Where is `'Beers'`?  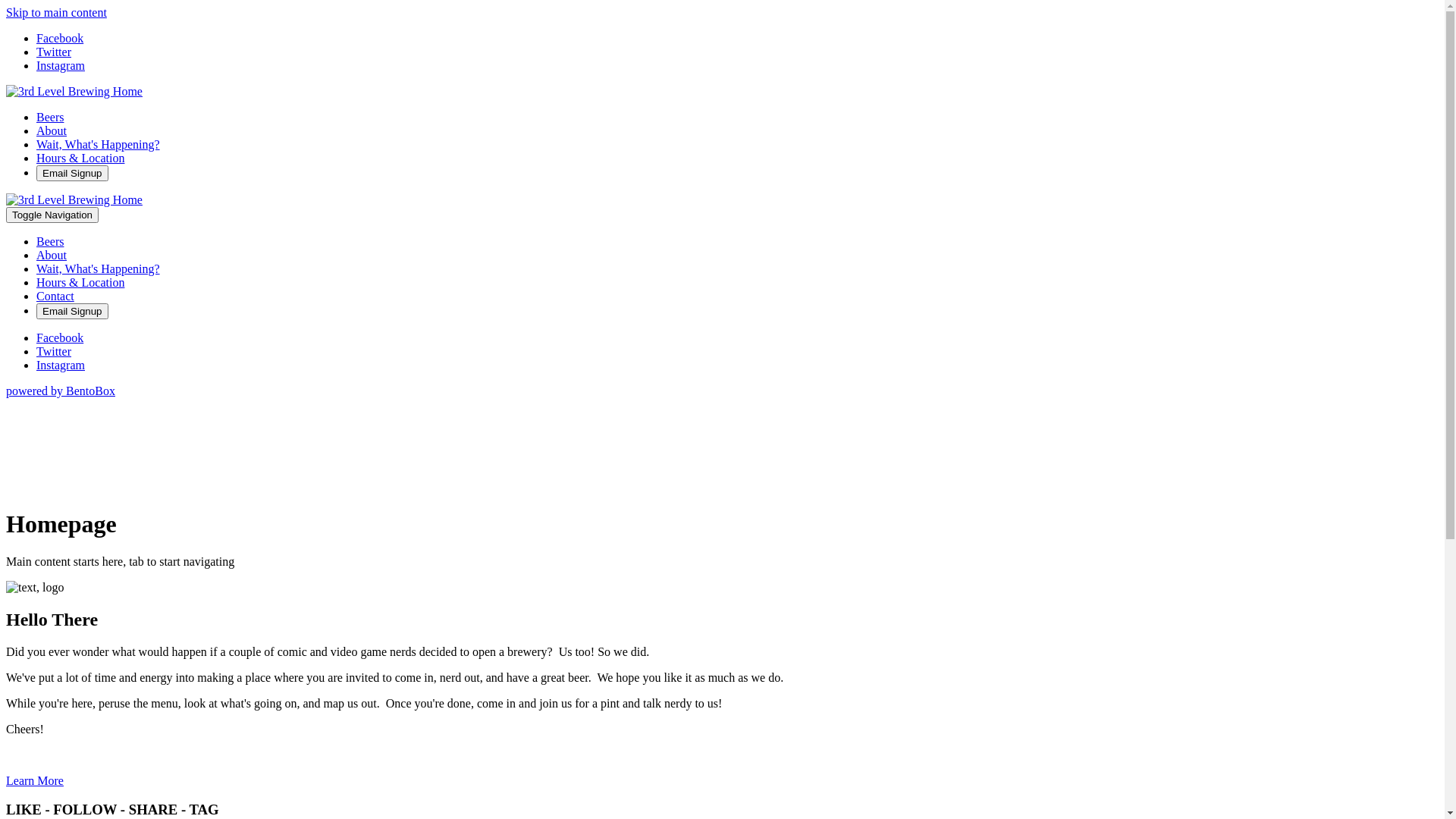 'Beers' is located at coordinates (36, 240).